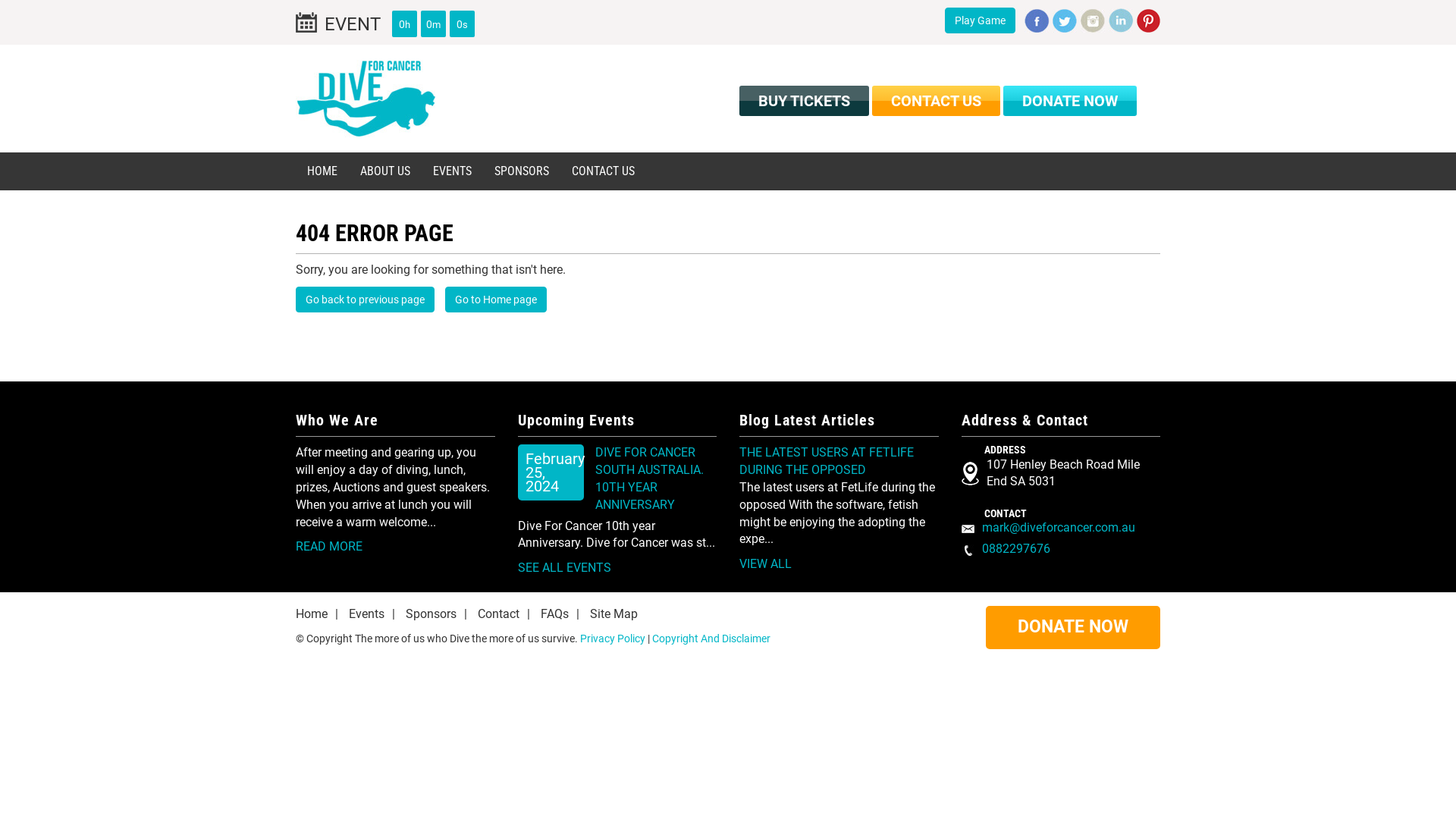 The height and width of the screenshot is (819, 1456). I want to click on 'DONATE NOW', so click(1069, 100).